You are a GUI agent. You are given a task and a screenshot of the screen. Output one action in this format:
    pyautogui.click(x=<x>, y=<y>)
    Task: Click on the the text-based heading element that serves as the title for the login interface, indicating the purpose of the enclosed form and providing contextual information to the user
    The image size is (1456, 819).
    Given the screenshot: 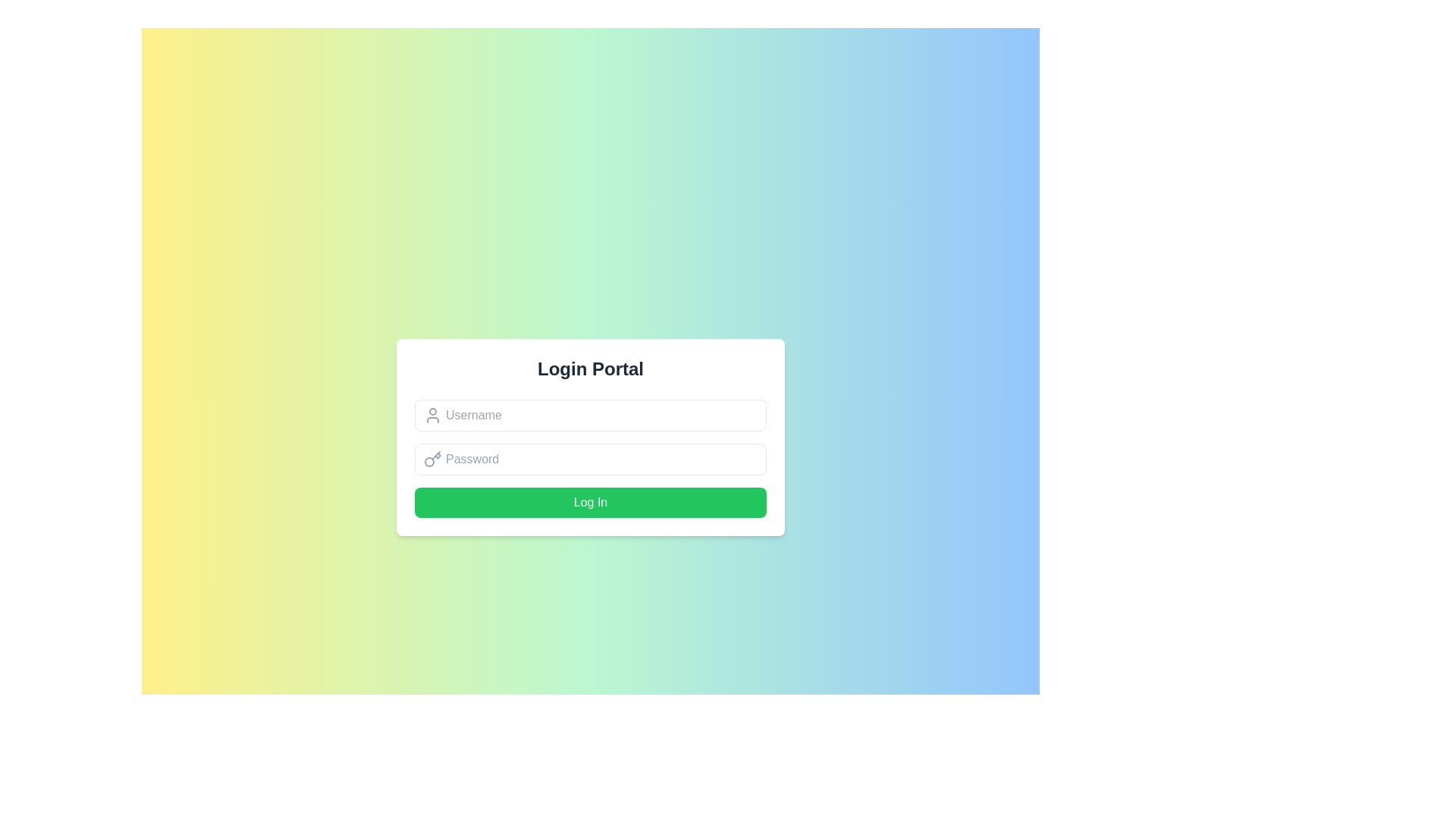 What is the action you would take?
    pyautogui.click(x=589, y=369)
    